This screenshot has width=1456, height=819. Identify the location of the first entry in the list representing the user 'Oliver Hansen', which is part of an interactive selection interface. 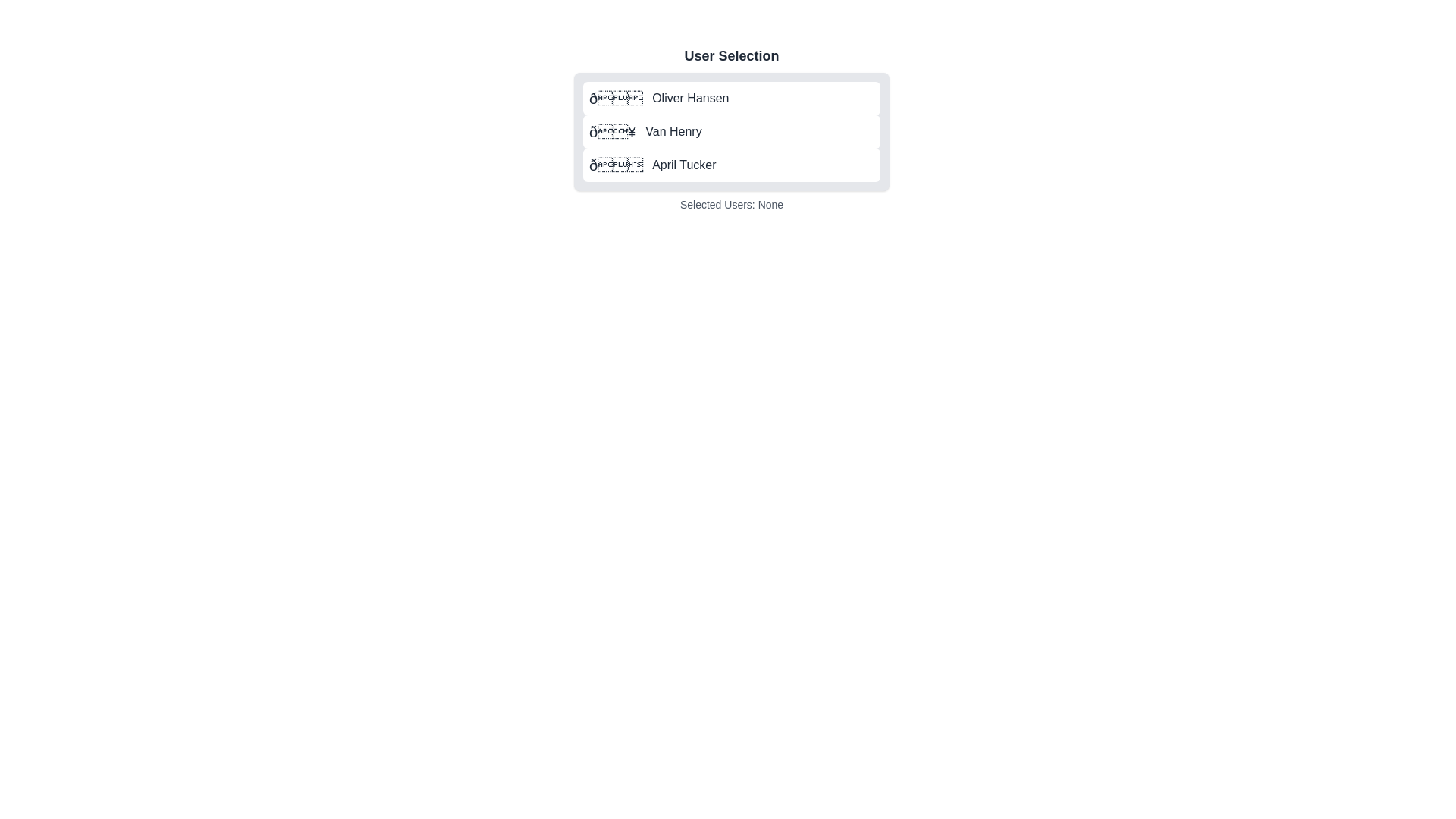
(659, 99).